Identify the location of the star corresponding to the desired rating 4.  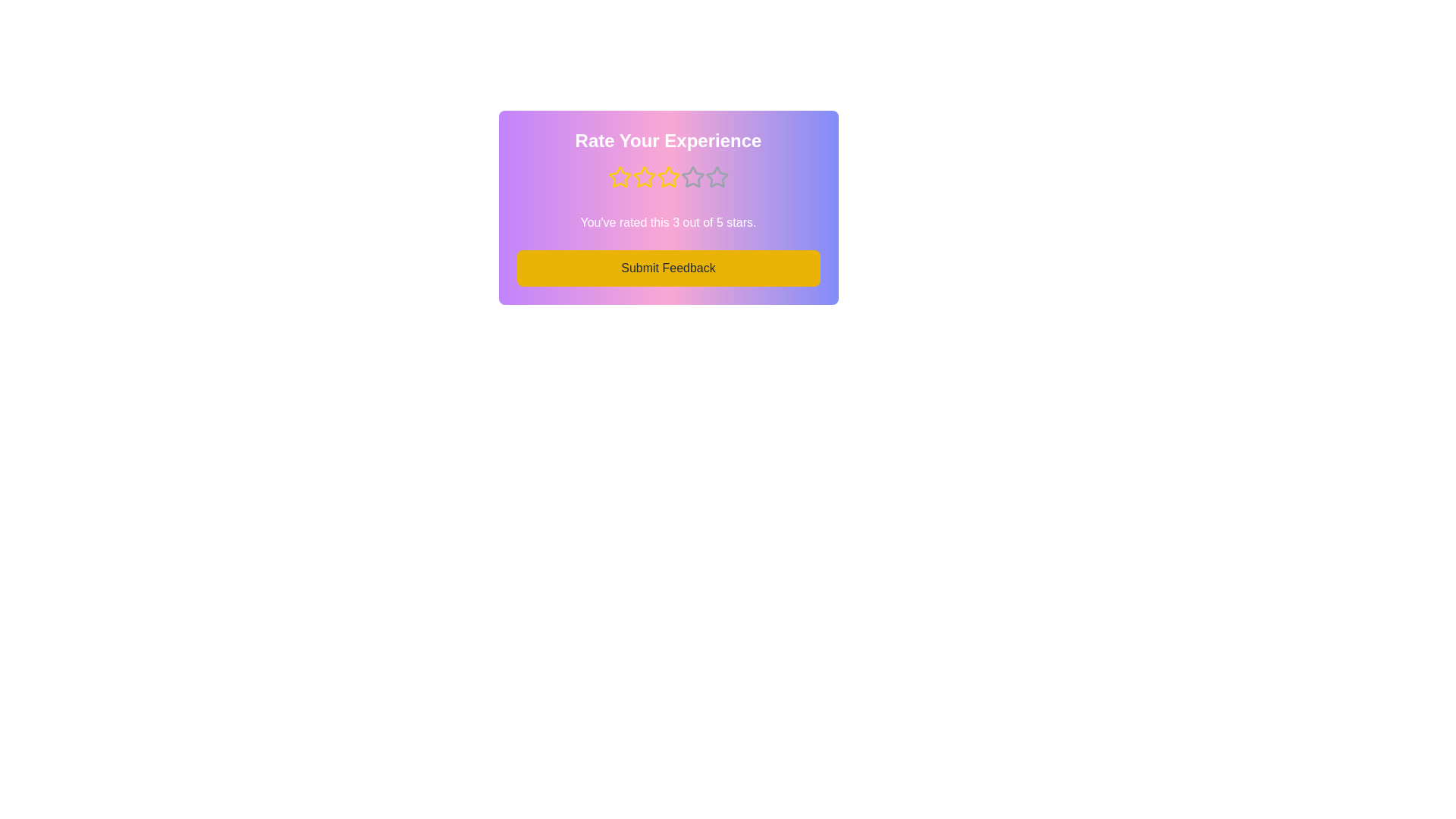
(692, 177).